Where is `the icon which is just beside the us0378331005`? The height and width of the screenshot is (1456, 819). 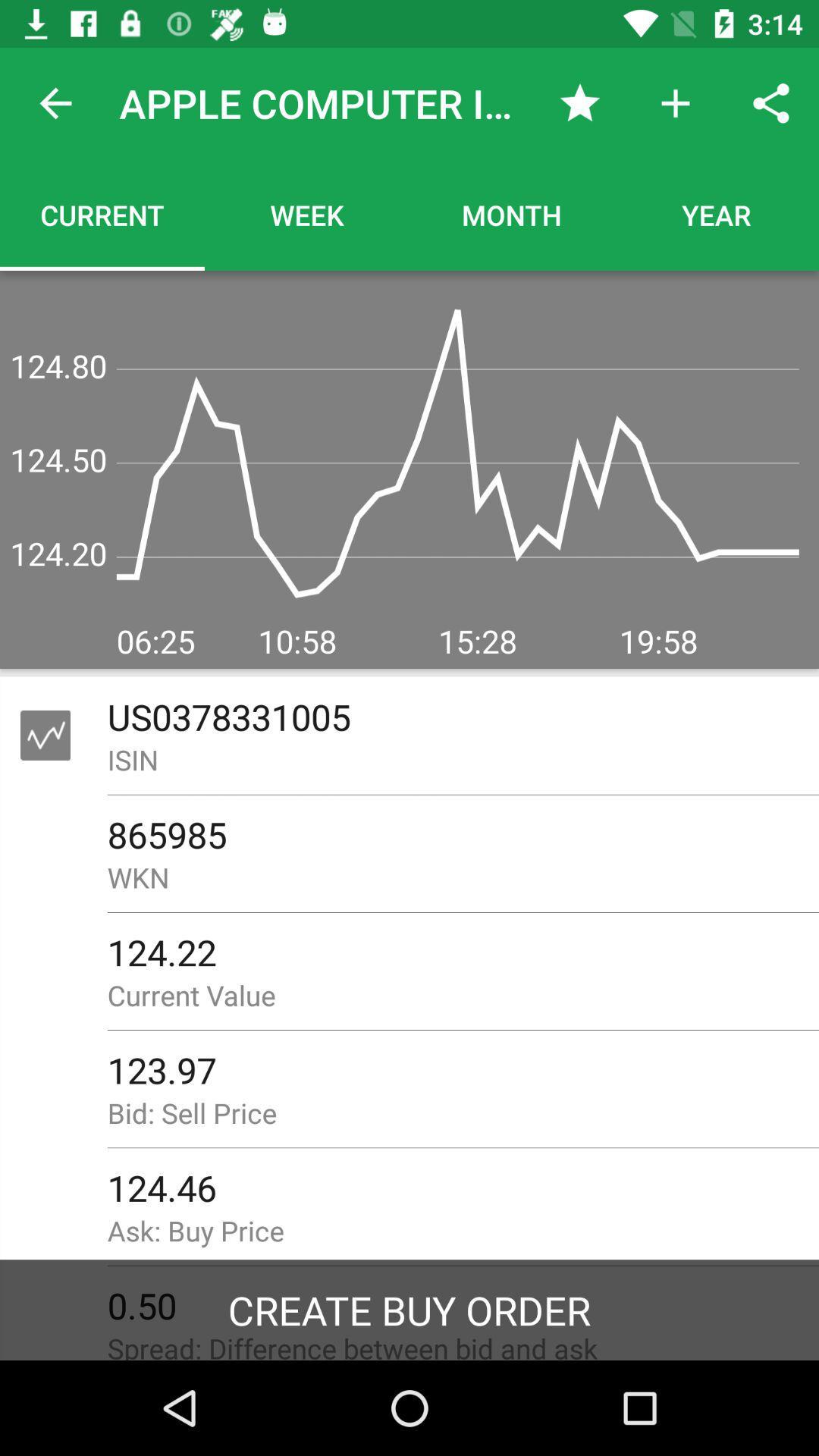
the icon which is just beside the us0378331005 is located at coordinates (45, 735).